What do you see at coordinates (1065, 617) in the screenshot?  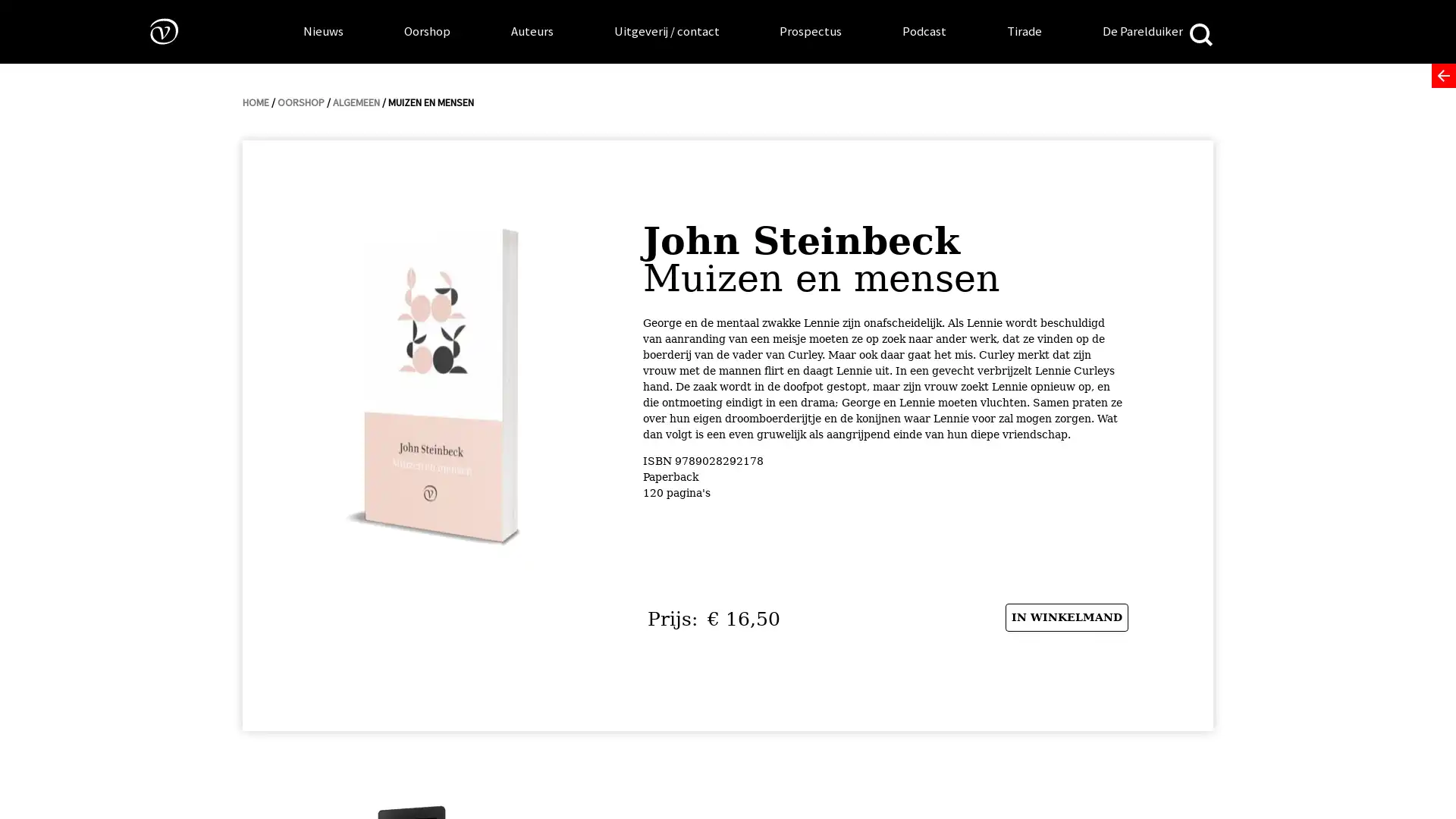 I see `IN WINKELMAND` at bounding box center [1065, 617].